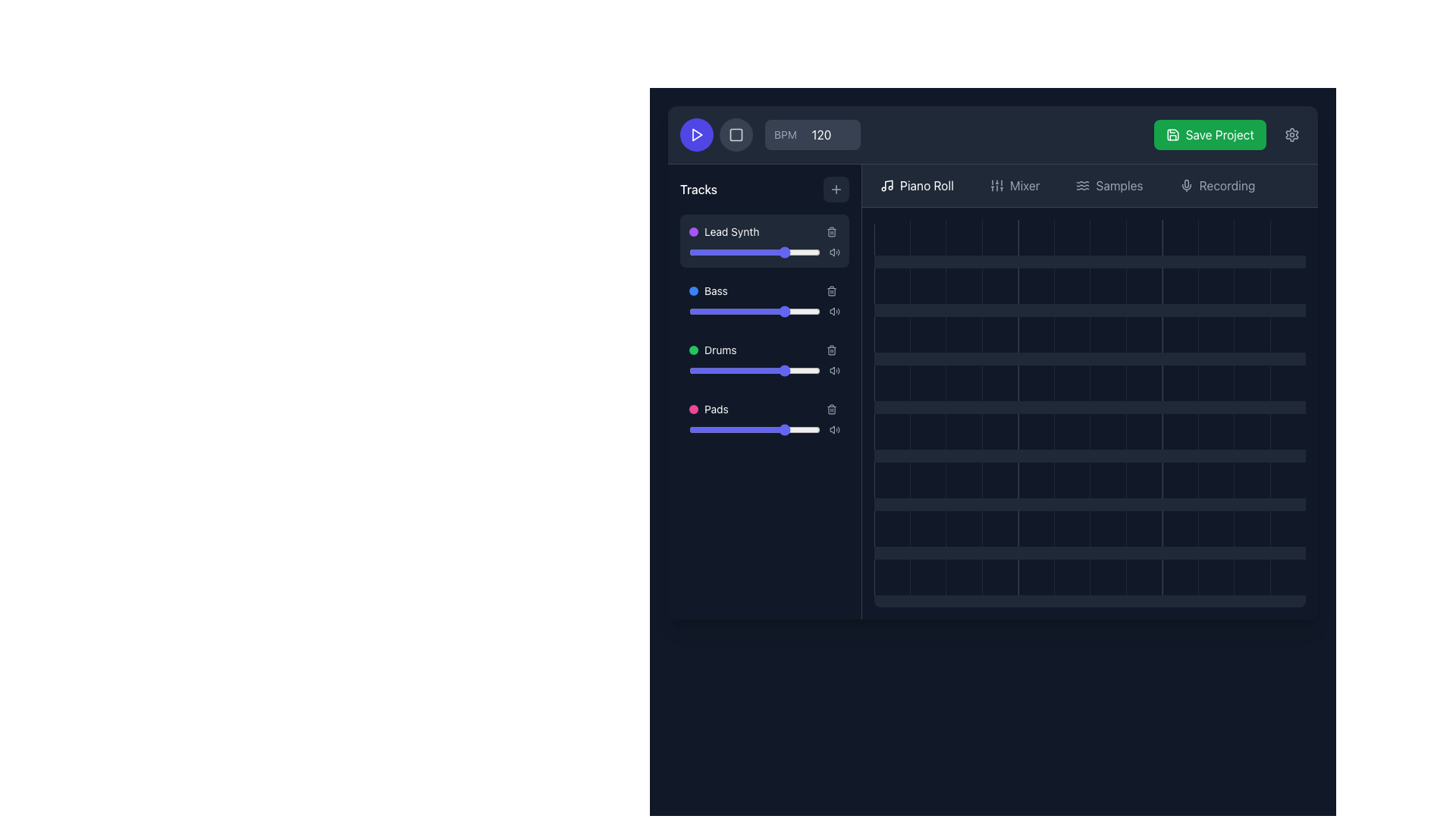  What do you see at coordinates (782, 251) in the screenshot?
I see `the slider value` at bounding box center [782, 251].